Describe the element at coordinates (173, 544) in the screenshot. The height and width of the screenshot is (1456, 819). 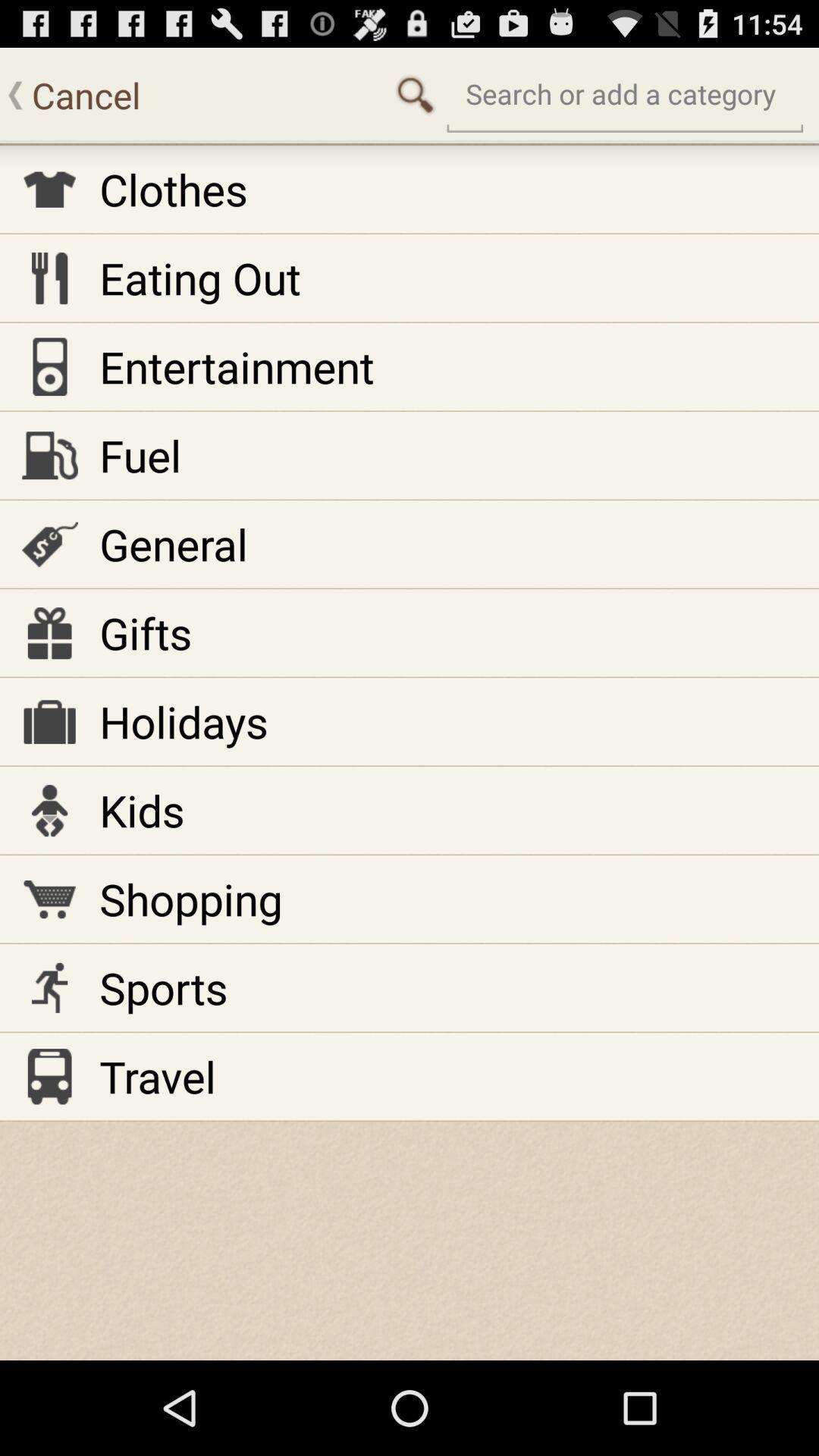
I see `the general app` at that location.